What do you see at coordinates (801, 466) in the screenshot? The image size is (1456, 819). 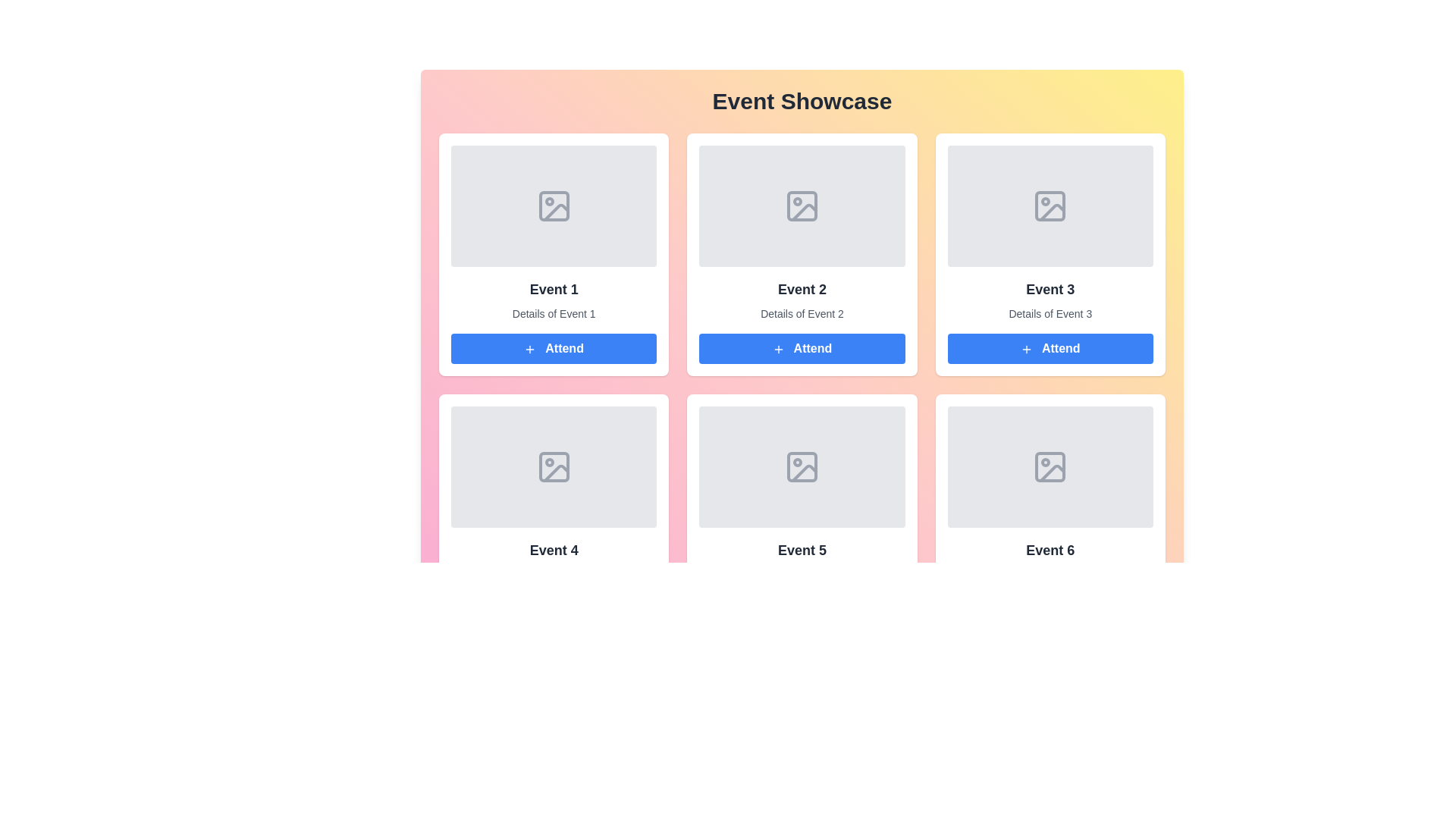 I see `the image placeholder located at the top center of the card displaying 'Event 5', which is positioned in the second row, middle column` at bounding box center [801, 466].